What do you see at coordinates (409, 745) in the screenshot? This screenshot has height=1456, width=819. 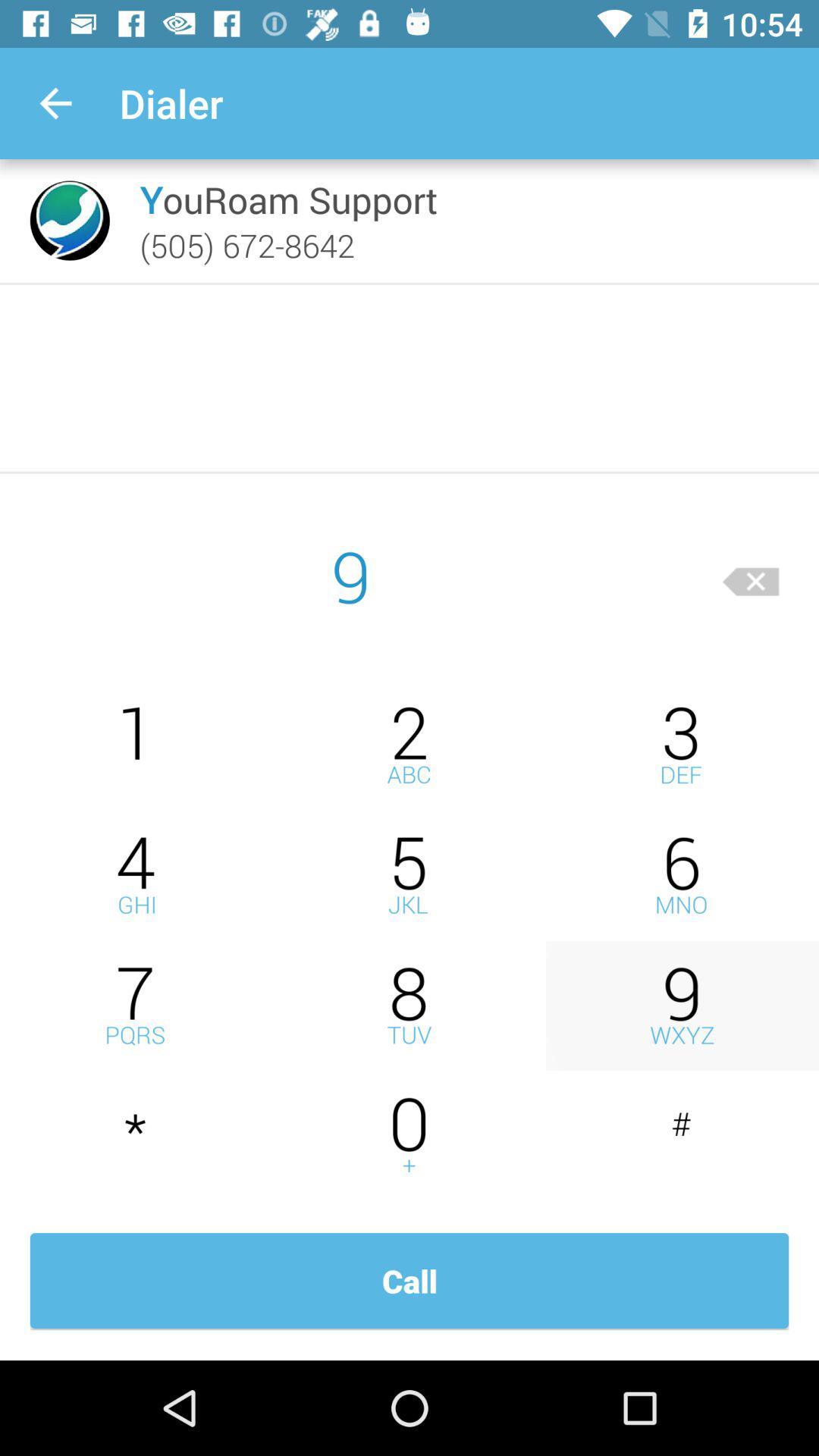 I see `press 2` at bounding box center [409, 745].